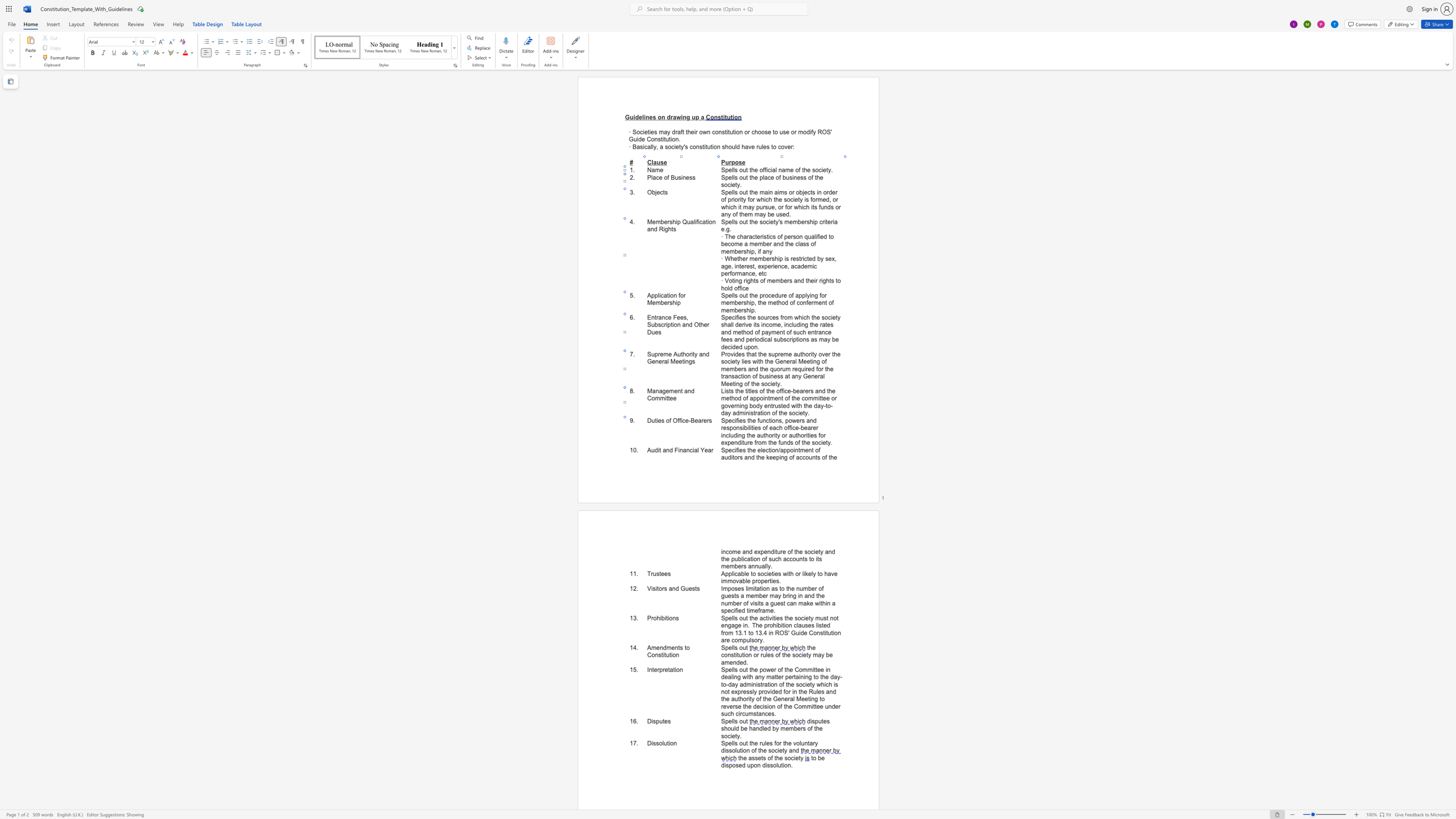  Describe the element at coordinates (666, 398) in the screenshot. I see `the 2th character "t" in the text` at that location.